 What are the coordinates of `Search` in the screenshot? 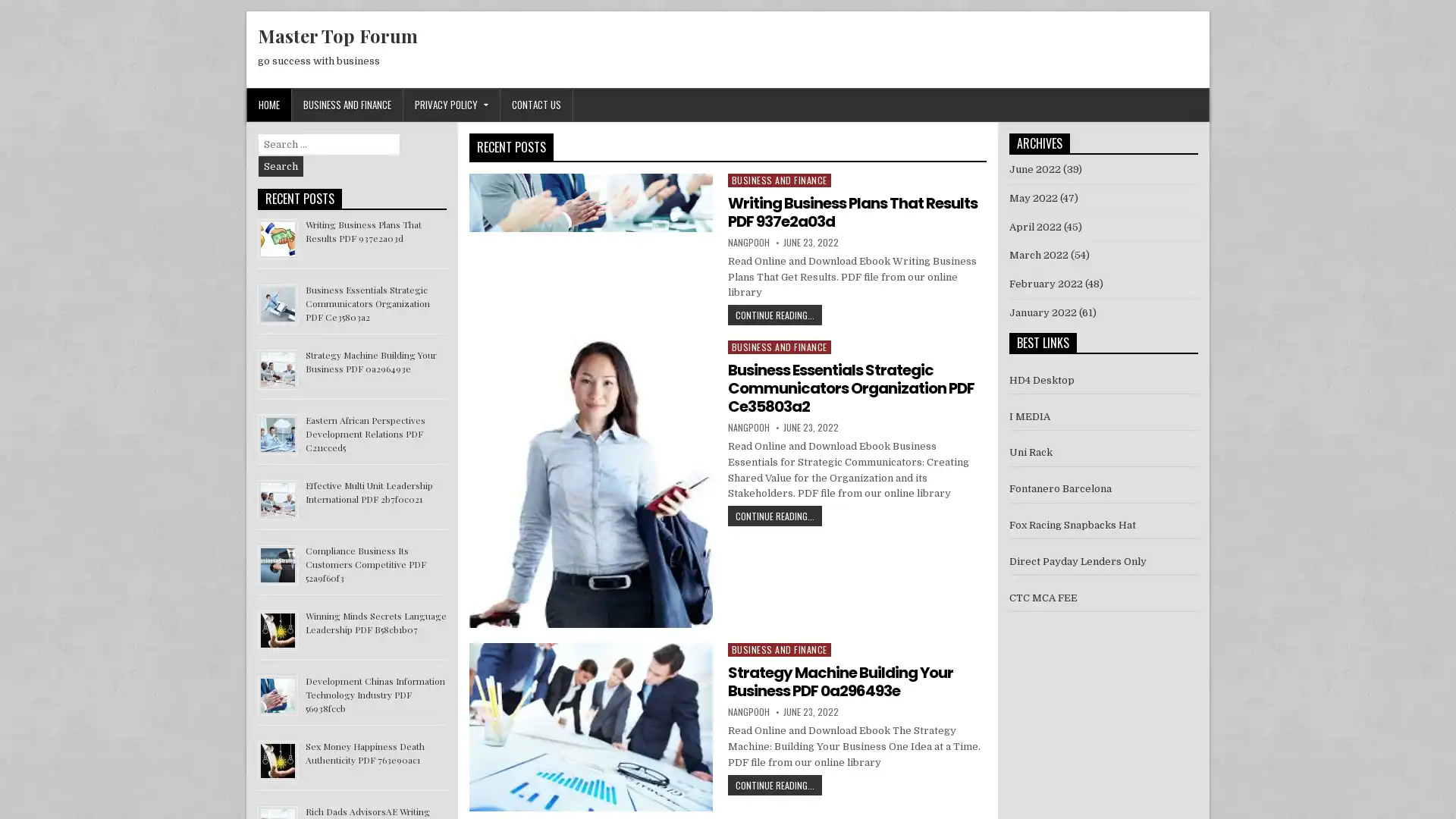 It's located at (281, 166).